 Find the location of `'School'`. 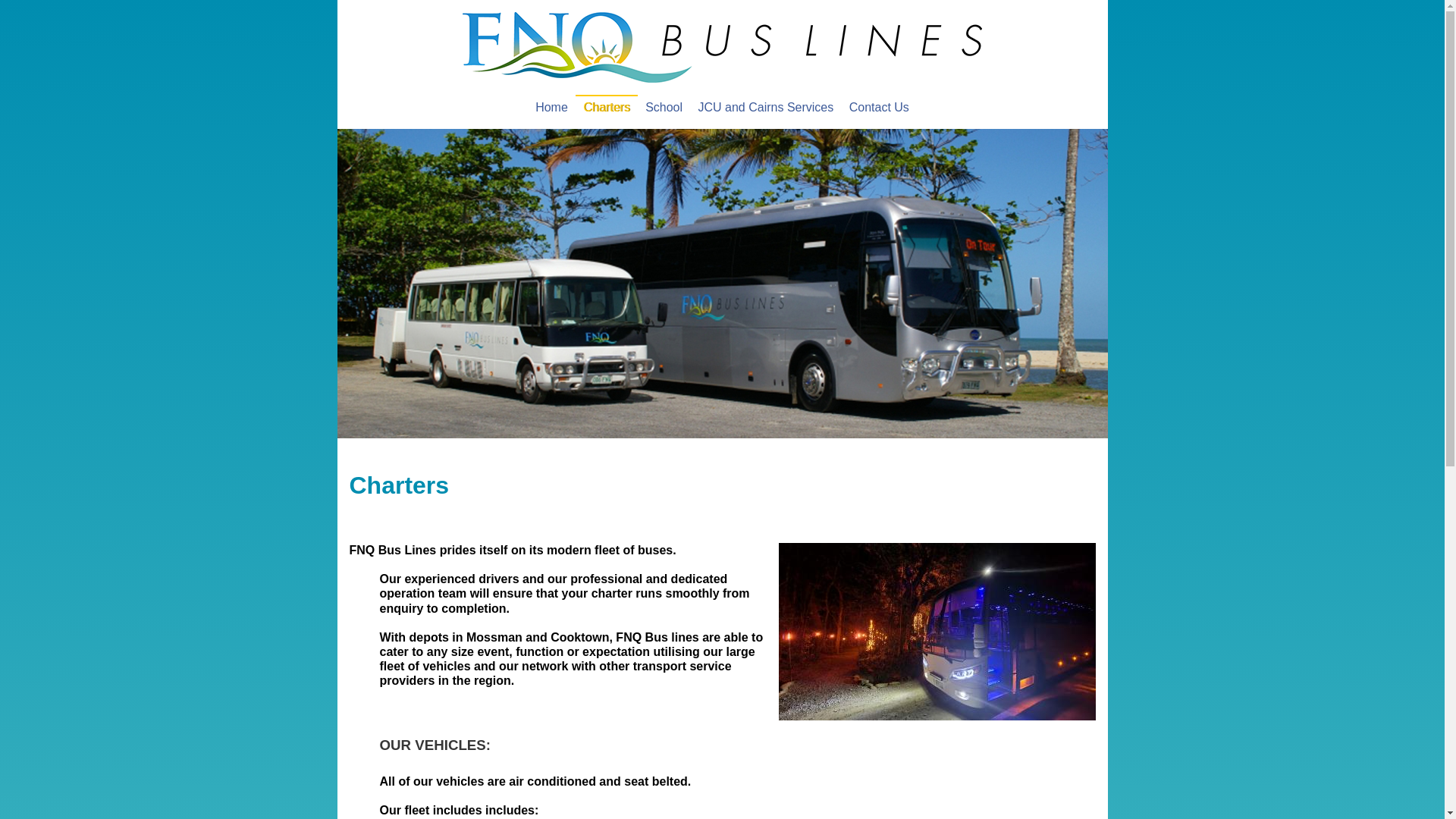

'School' is located at coordinates (664, 107).